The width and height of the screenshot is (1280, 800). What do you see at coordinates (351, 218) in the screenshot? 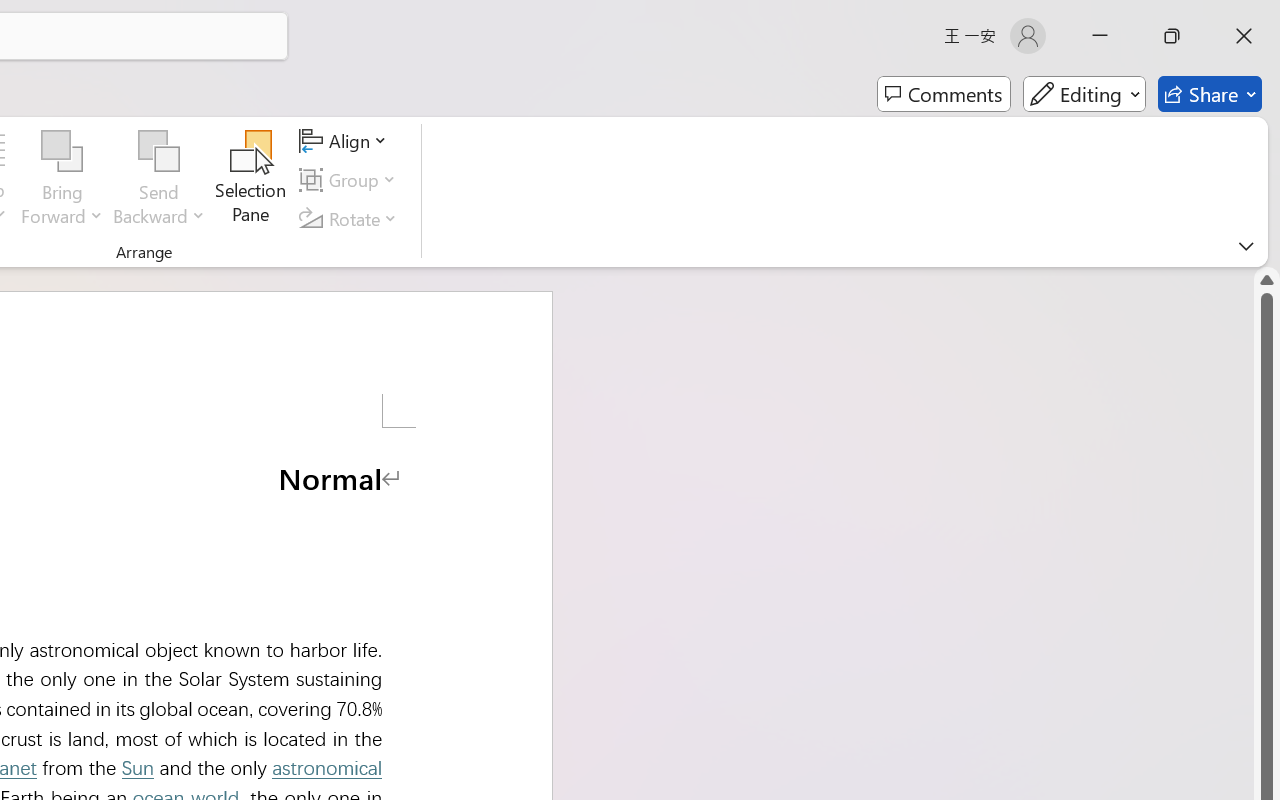
I see `'Rotate'` at bounding box center [351, 218].